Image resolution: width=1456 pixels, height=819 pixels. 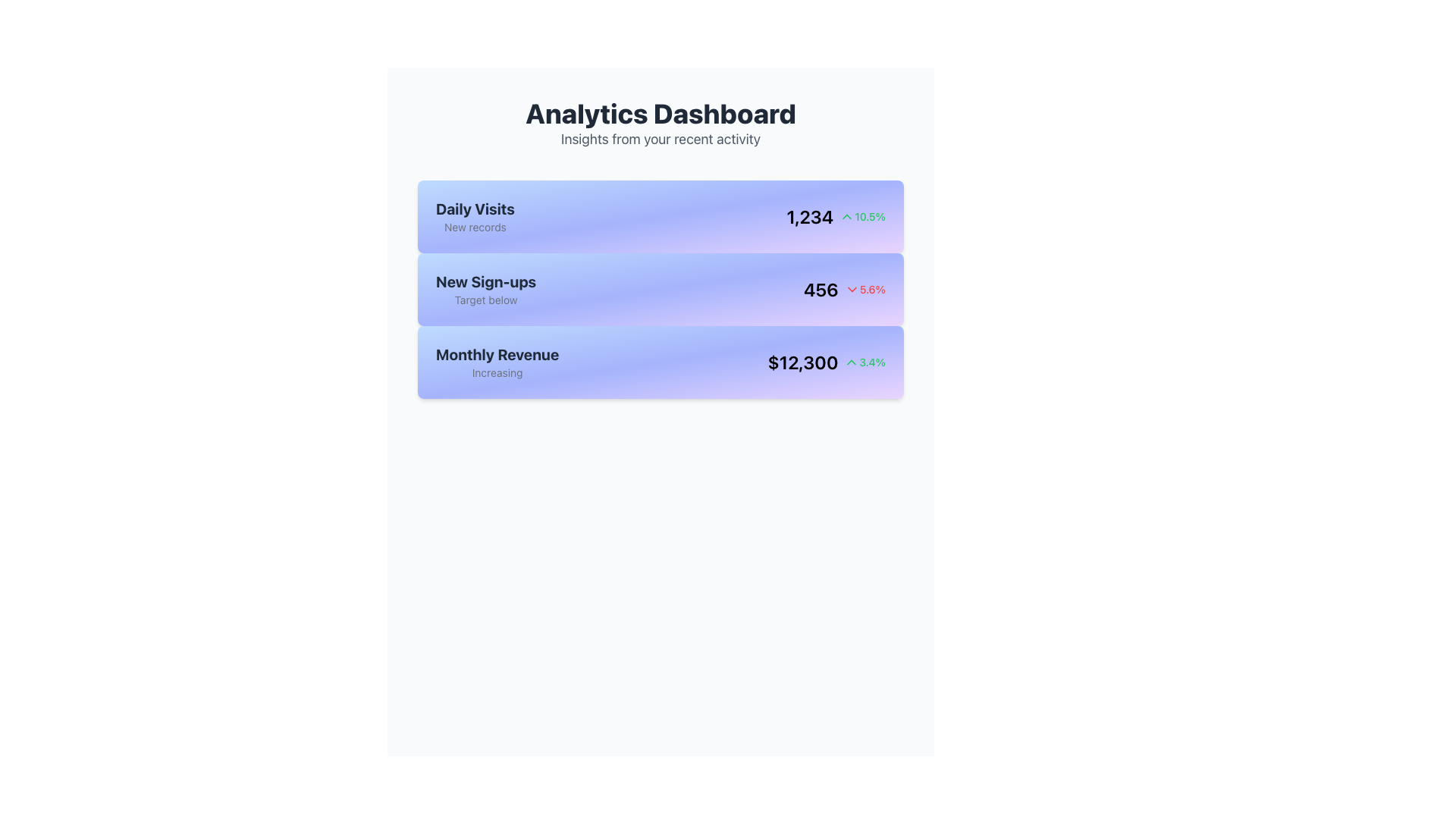 What do you see at coordinates (872, 362) in the screenshot?
I see `the green Label or Static Text that indicates a 3.4% increase, located at the bottom of the vertically stacked list in the 'Monthly Revenue' section` at bounding box center [872, 362].